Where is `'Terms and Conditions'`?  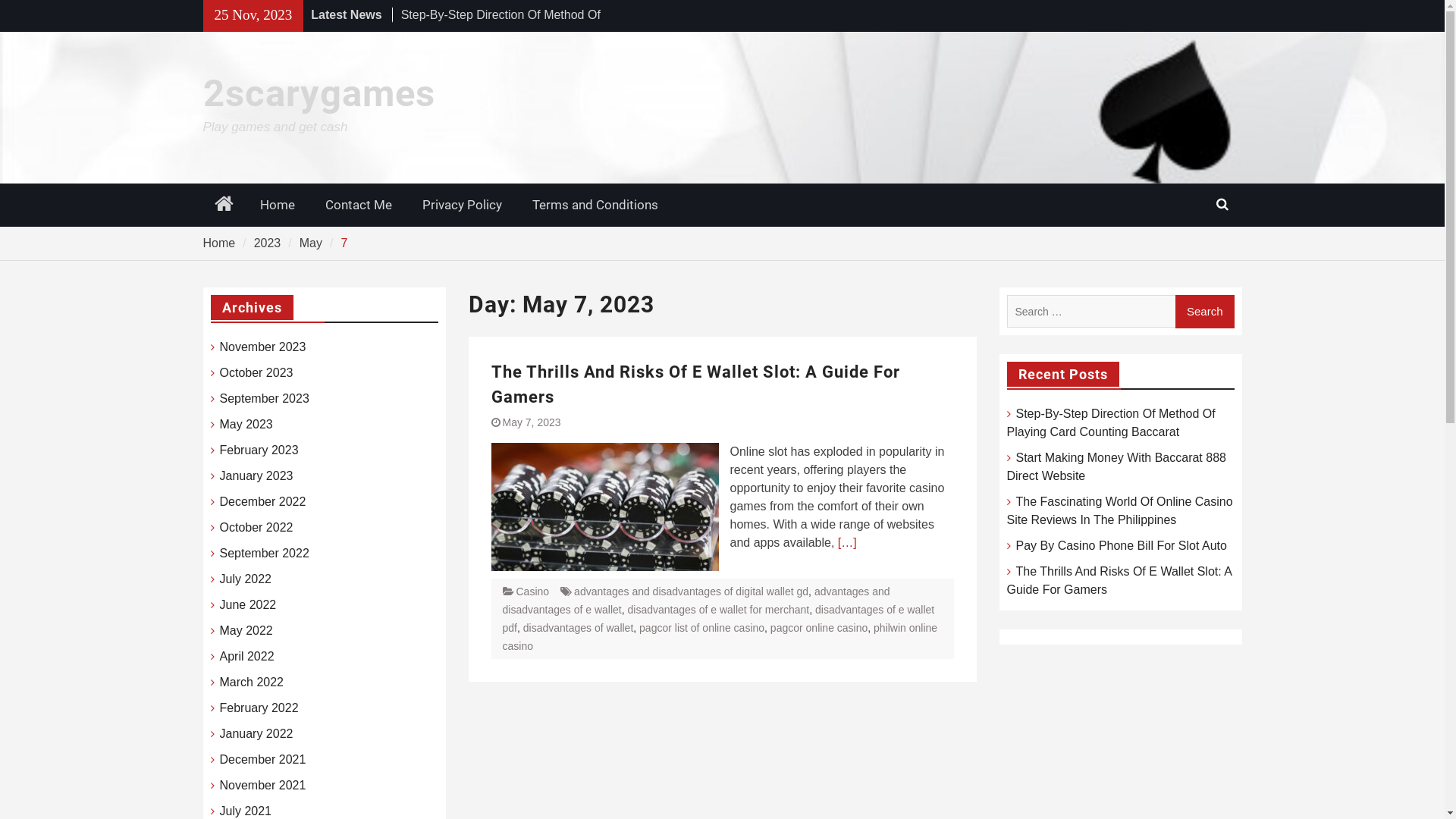
'Terms and Conditions' is located at coordinates (595, 205).